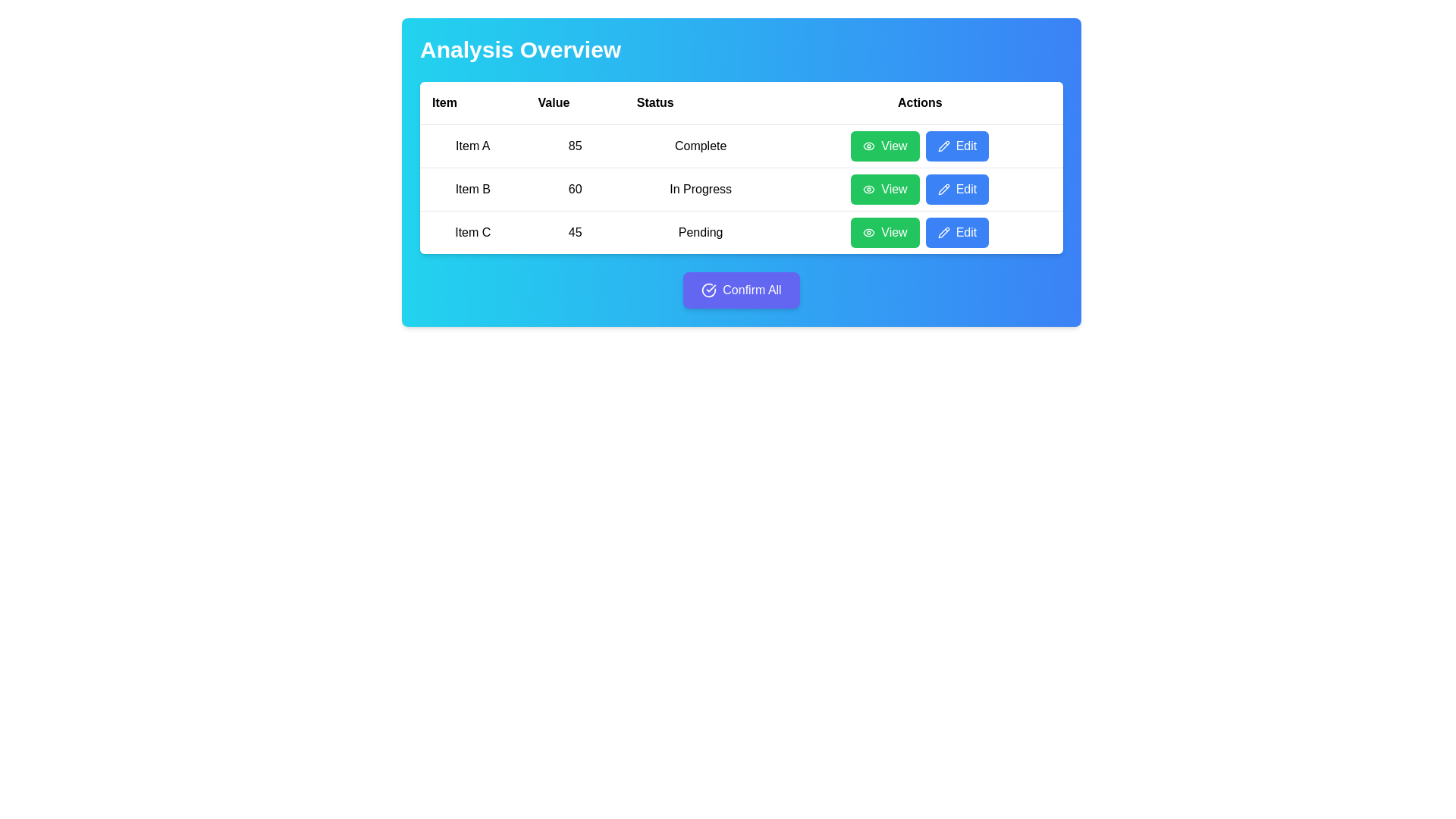 The width and height of the screenshot is (1456, 819). What do you see at coordinates (700, 189) in the screenshot?
I see `the text element displaying 'In Progress' located in the 'Status' column of the second row of the table, which is between '60' in the 'Value' column and the 'View' button in the 'Actions' column` at bounding box center [700, 189].